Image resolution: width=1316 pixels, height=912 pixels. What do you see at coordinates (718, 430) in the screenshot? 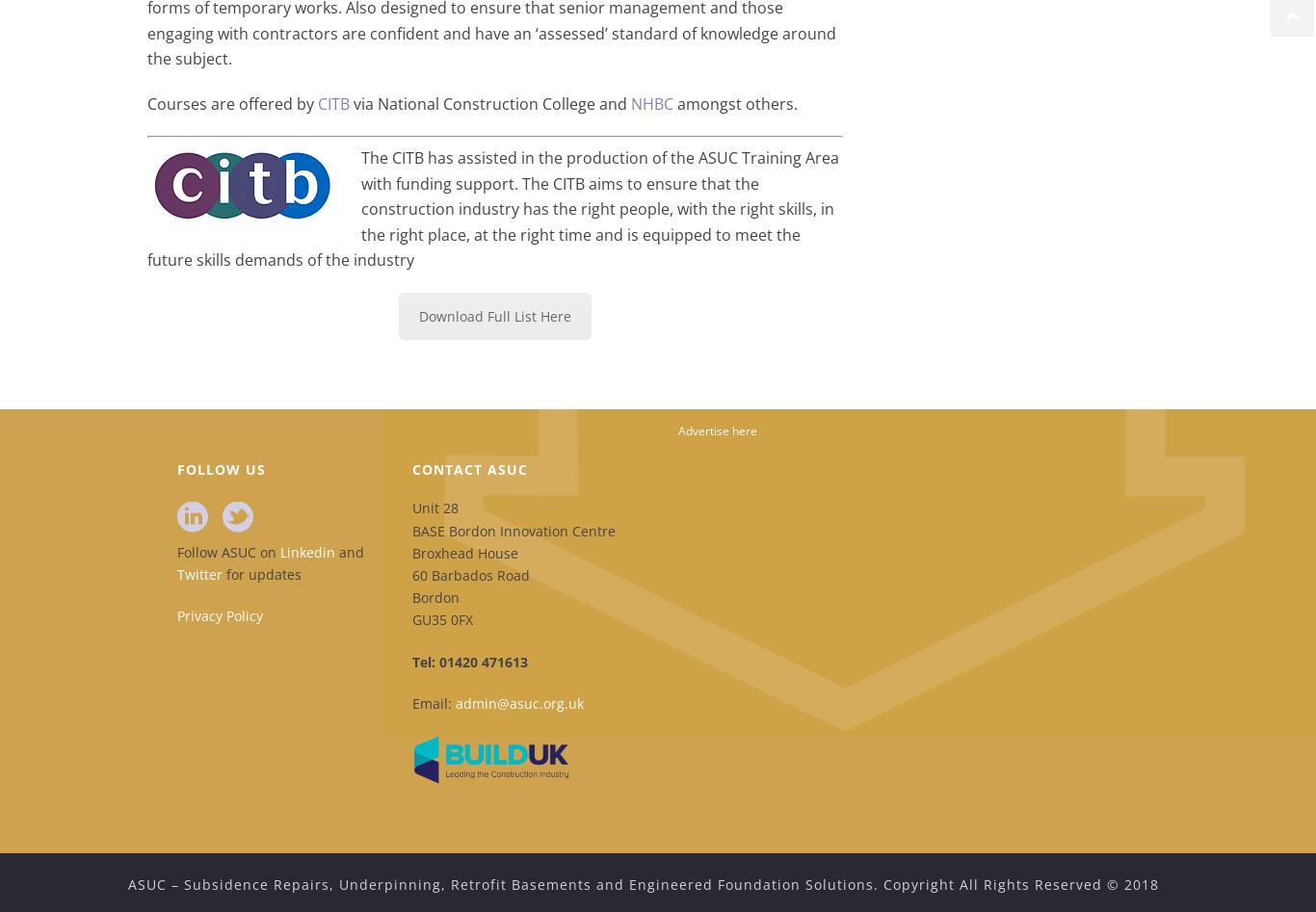
I see `'Advertise here'` at bounding box center [718, 430].